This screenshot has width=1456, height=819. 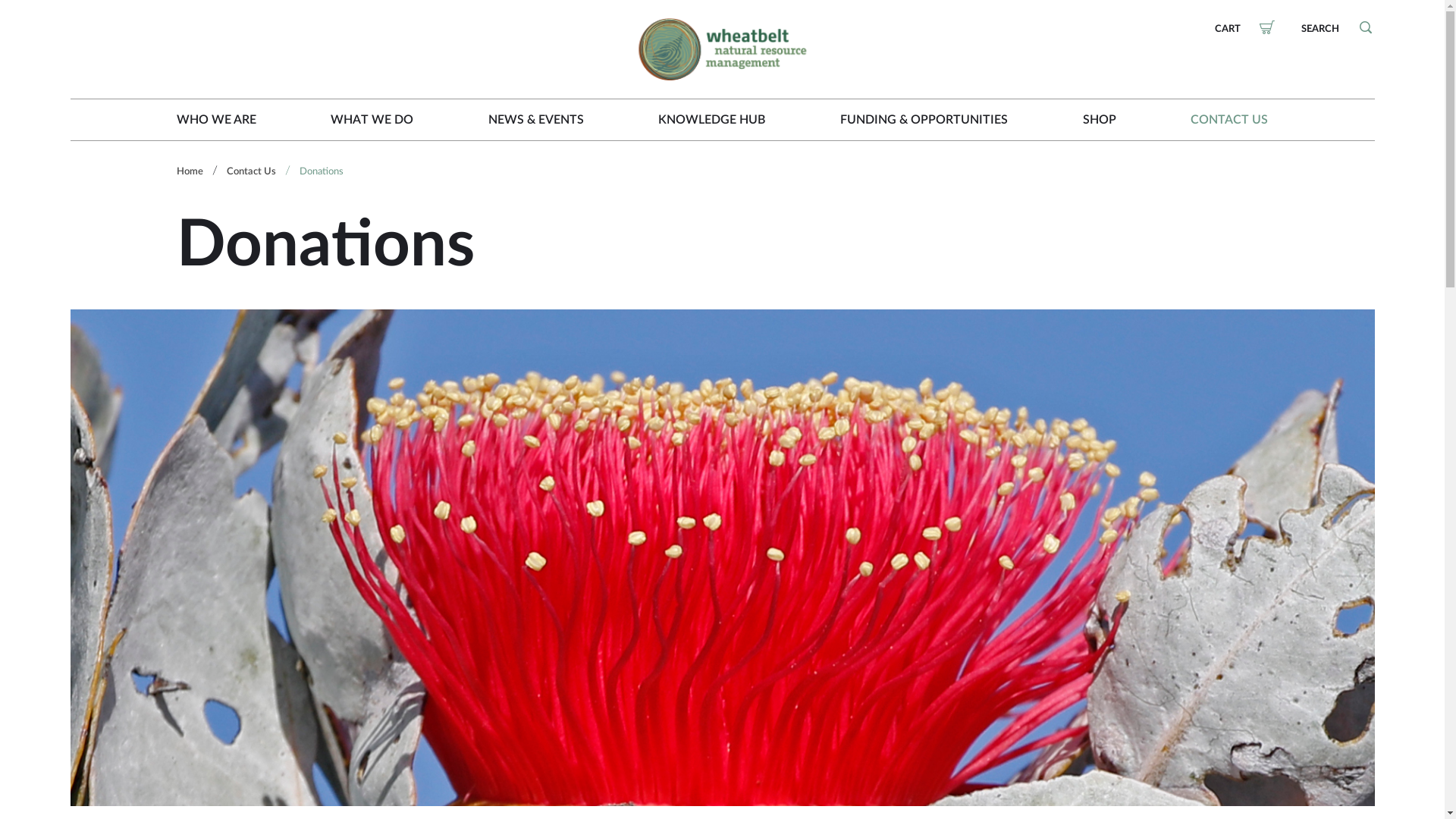 What do you see at coordinates (224, 171) in the screenshot?
I see `'Contact Us'` at bounding box center [224, 171].